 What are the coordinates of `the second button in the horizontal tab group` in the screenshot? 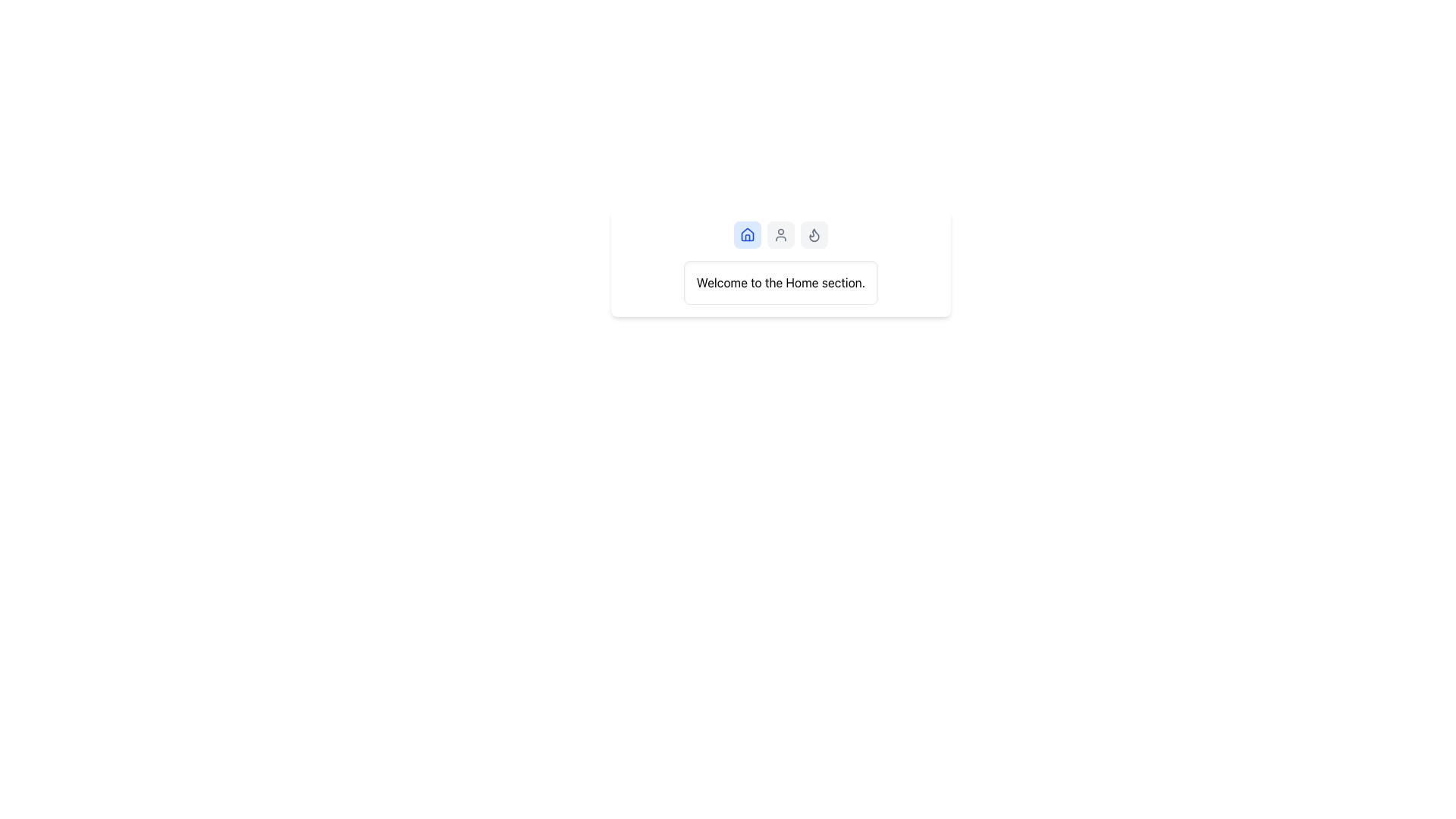 It's located at (781, 234).